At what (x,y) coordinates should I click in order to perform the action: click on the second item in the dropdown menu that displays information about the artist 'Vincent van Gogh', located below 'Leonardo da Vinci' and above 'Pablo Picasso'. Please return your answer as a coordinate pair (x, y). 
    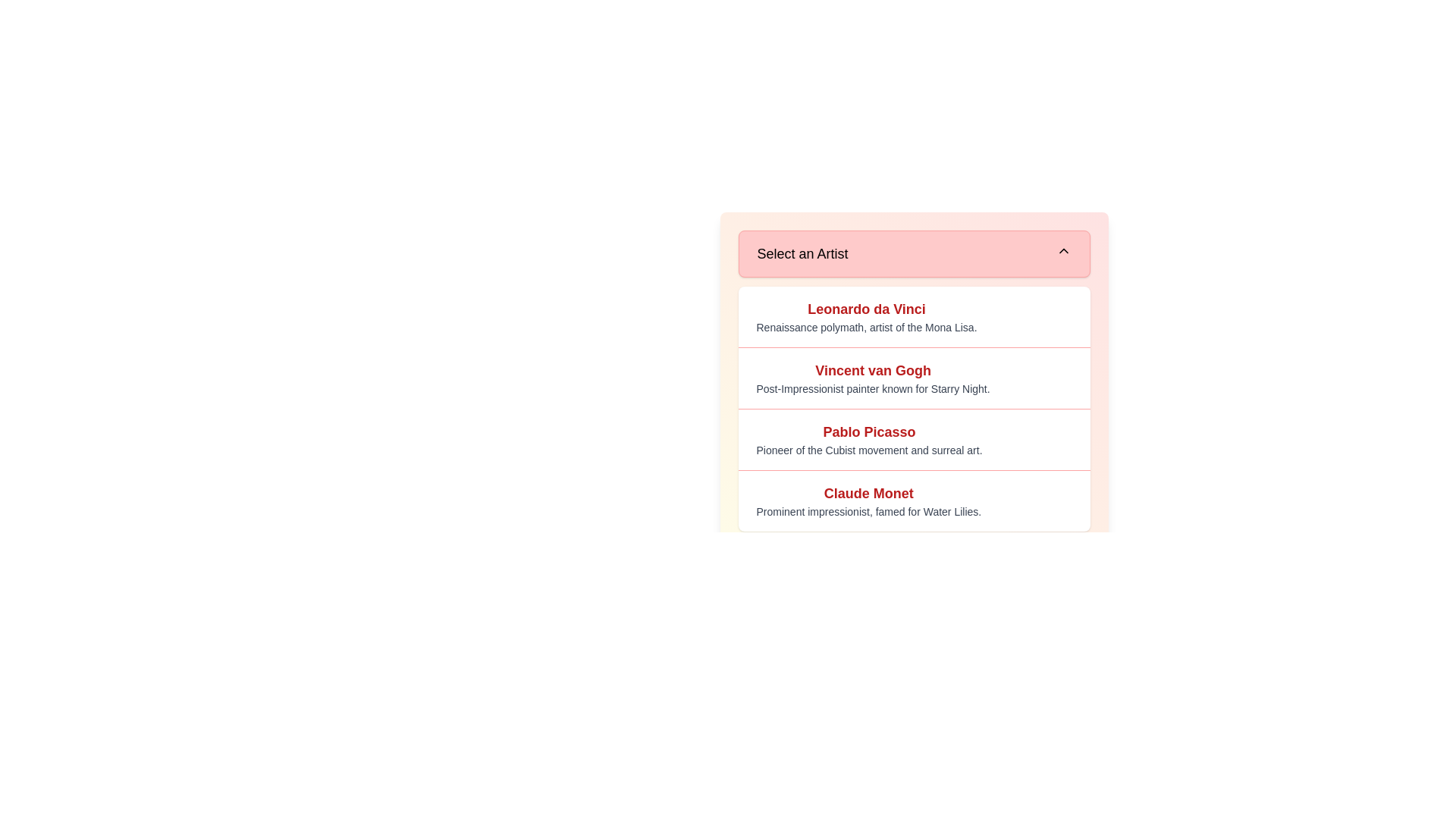
    Looking at the image, I should click on (913, 348).